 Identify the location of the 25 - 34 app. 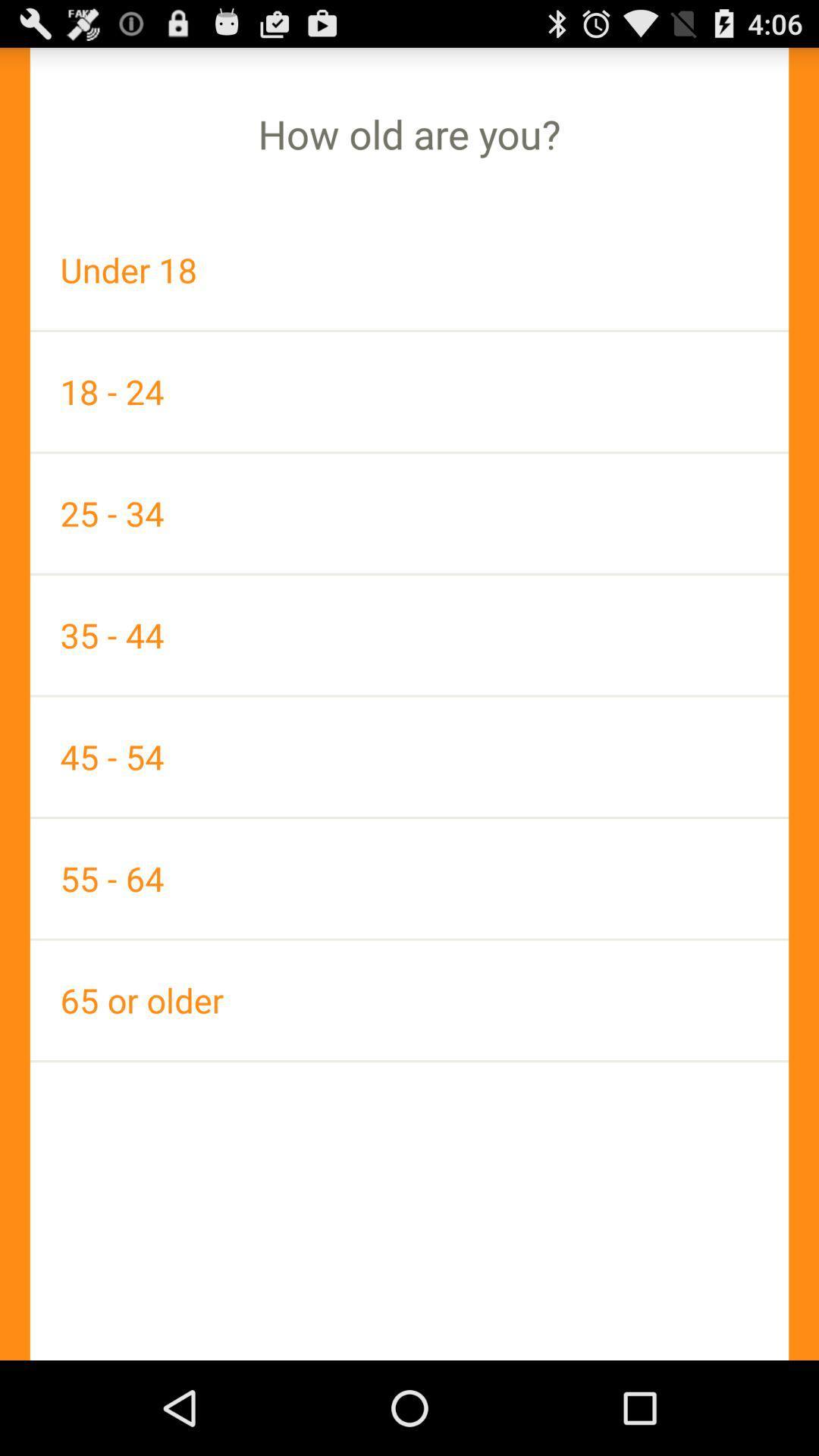
(409, 513).